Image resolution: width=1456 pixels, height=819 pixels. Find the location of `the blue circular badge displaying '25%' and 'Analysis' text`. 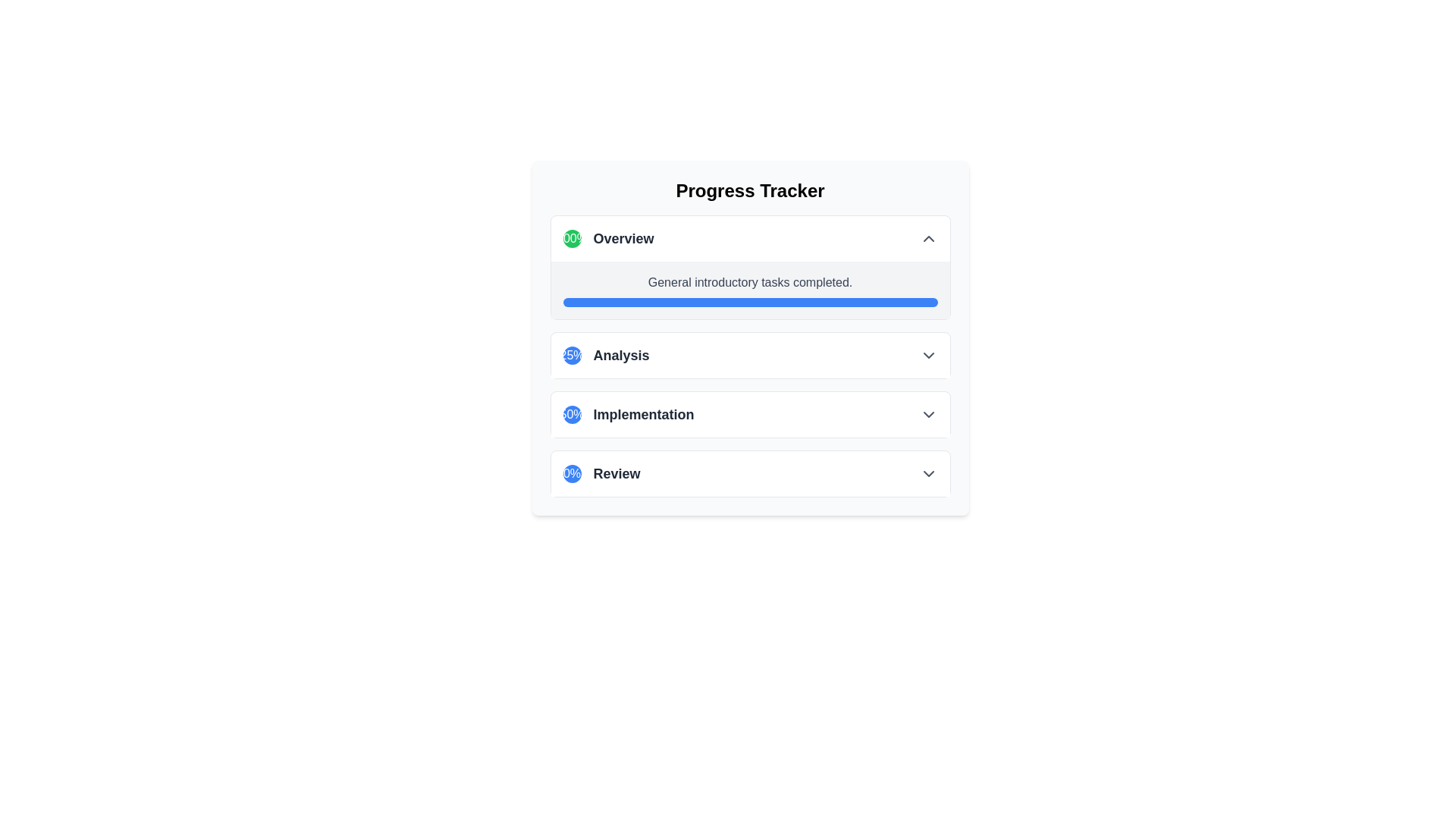

the blue circular badge displaying '25%' and 'Analysis' text is located at coordinates (605, 356).